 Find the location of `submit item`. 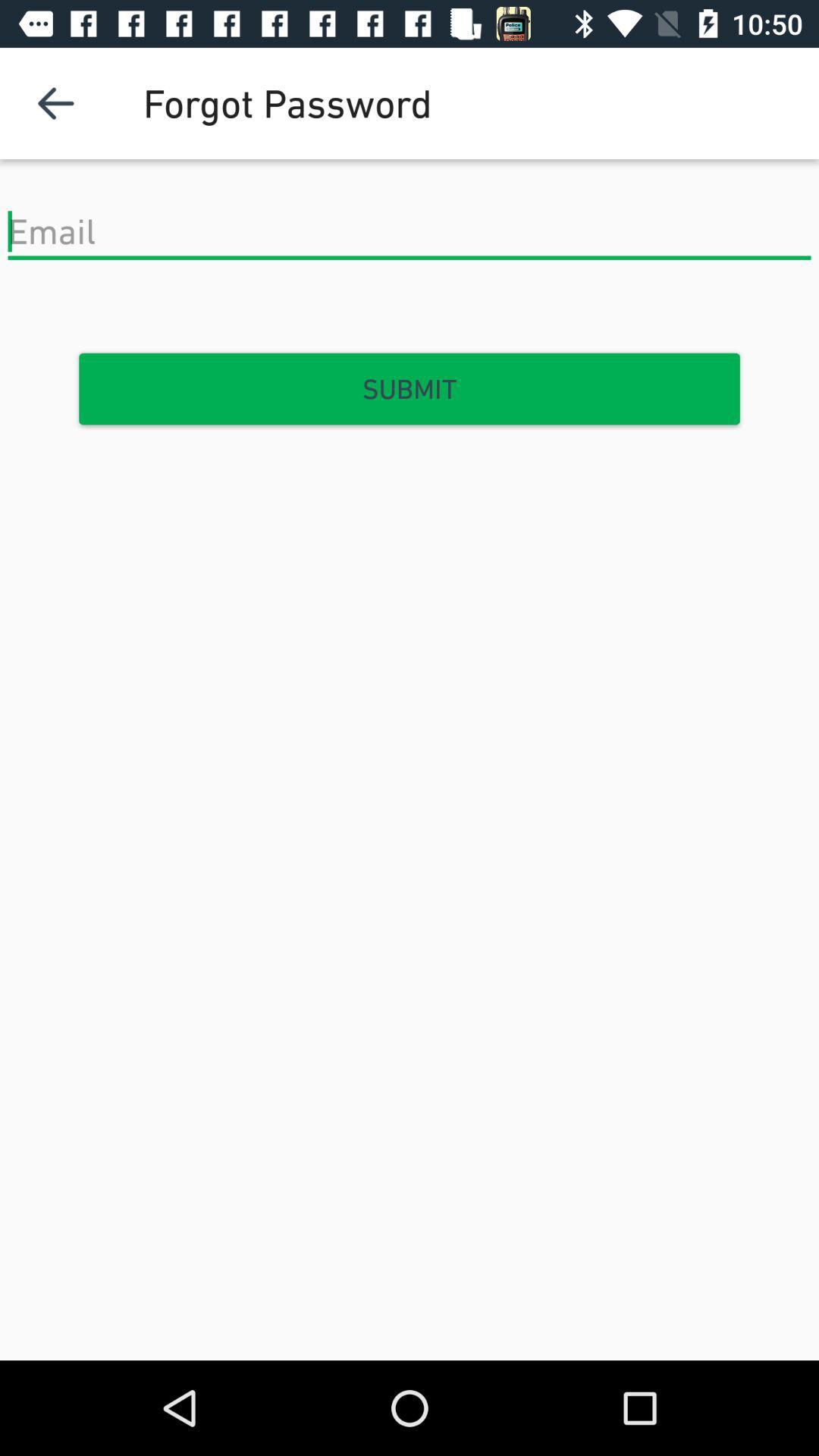

submit item is located at coordinates (409, 389).